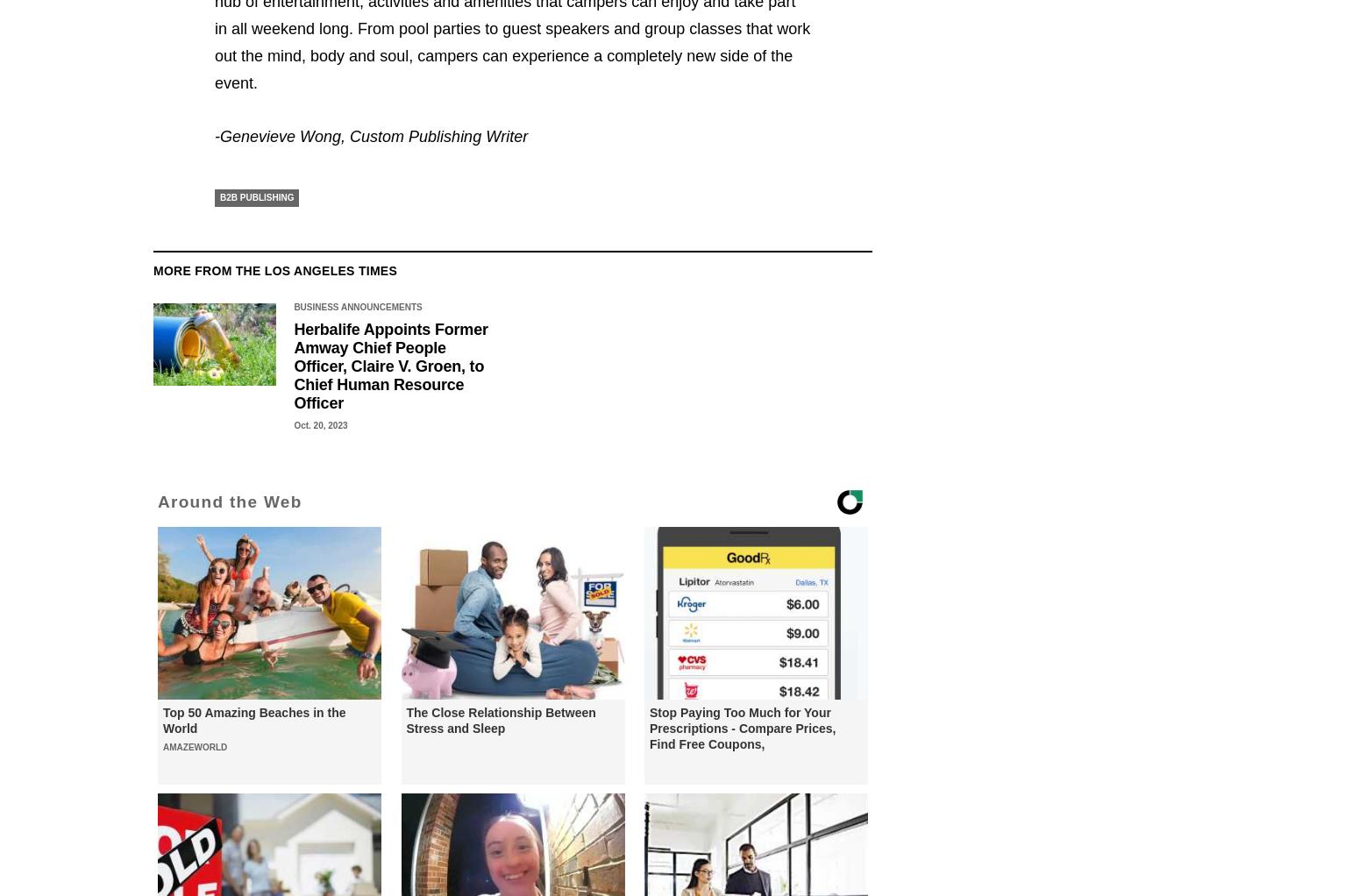 The height and width of the screenshot is (896, 1359). Describe the element at coordinates (357, 307) in the screenshot. I see `'Business Announcements'` at that location.